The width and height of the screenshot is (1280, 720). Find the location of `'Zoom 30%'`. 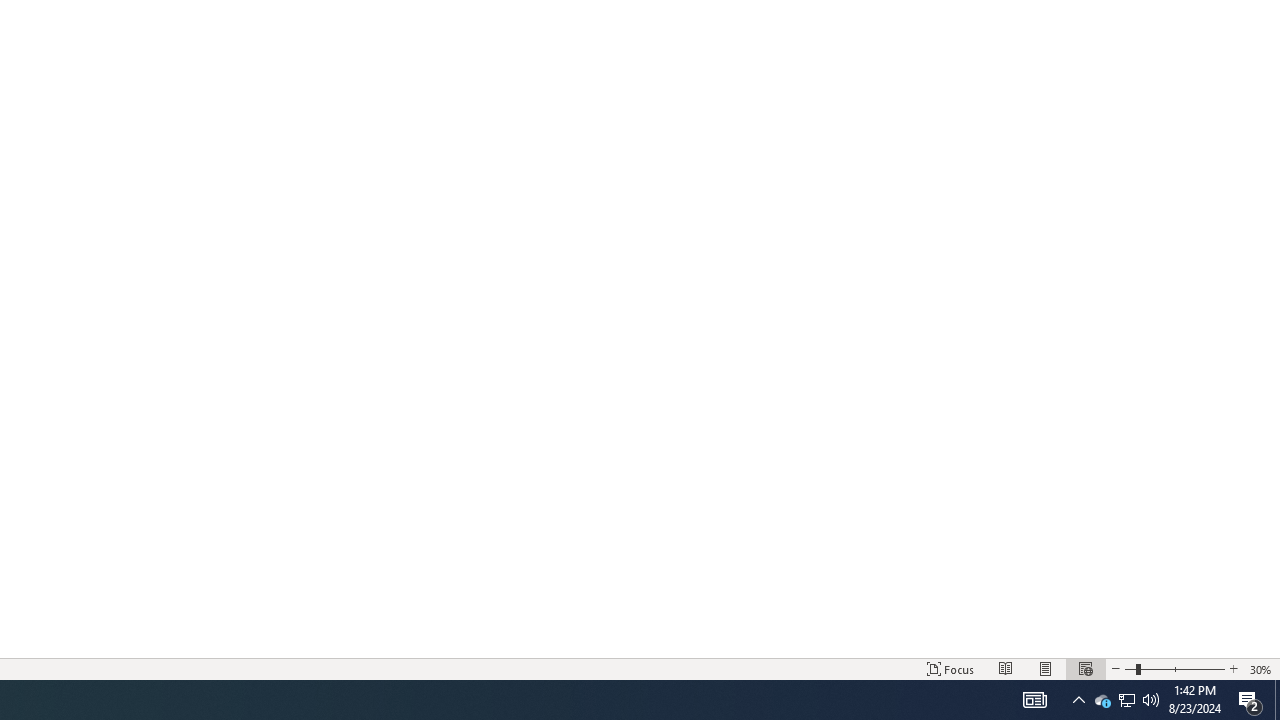

'Zoom 30%' is located at coordinates (1260, 669).